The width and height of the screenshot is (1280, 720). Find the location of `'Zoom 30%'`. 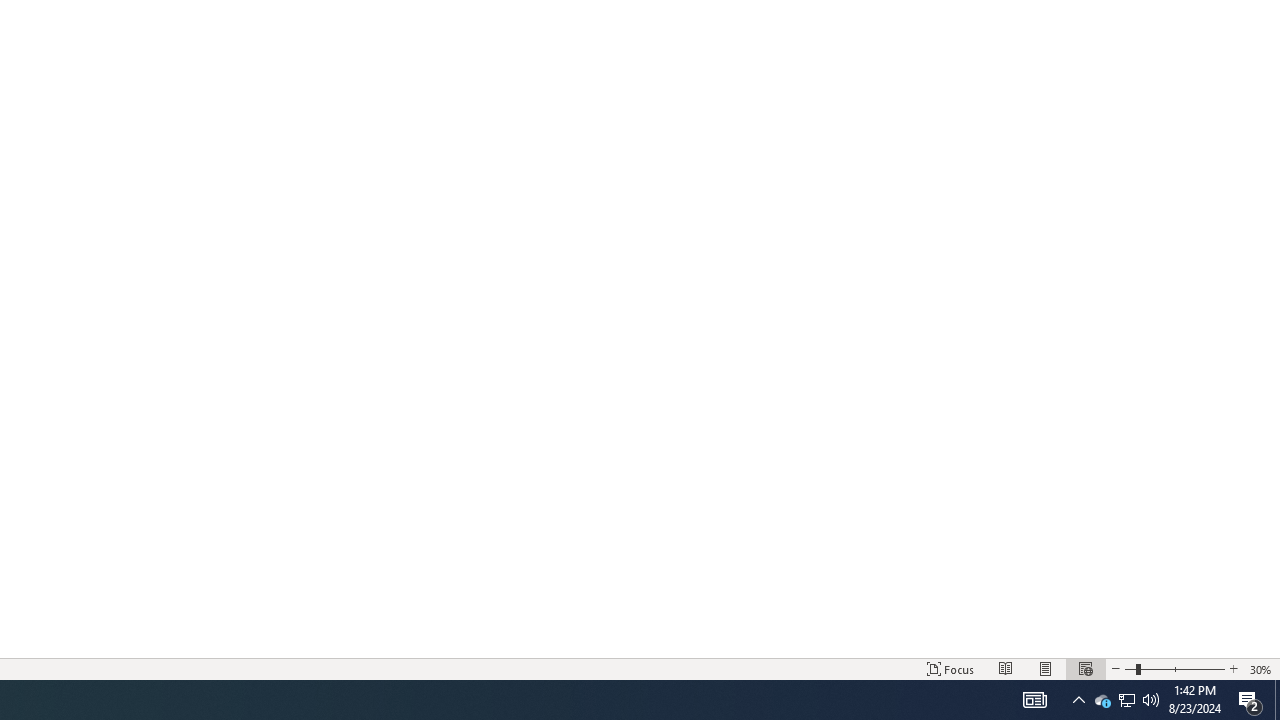

'Zoom 30%' is located at coordinates (1260, 669).